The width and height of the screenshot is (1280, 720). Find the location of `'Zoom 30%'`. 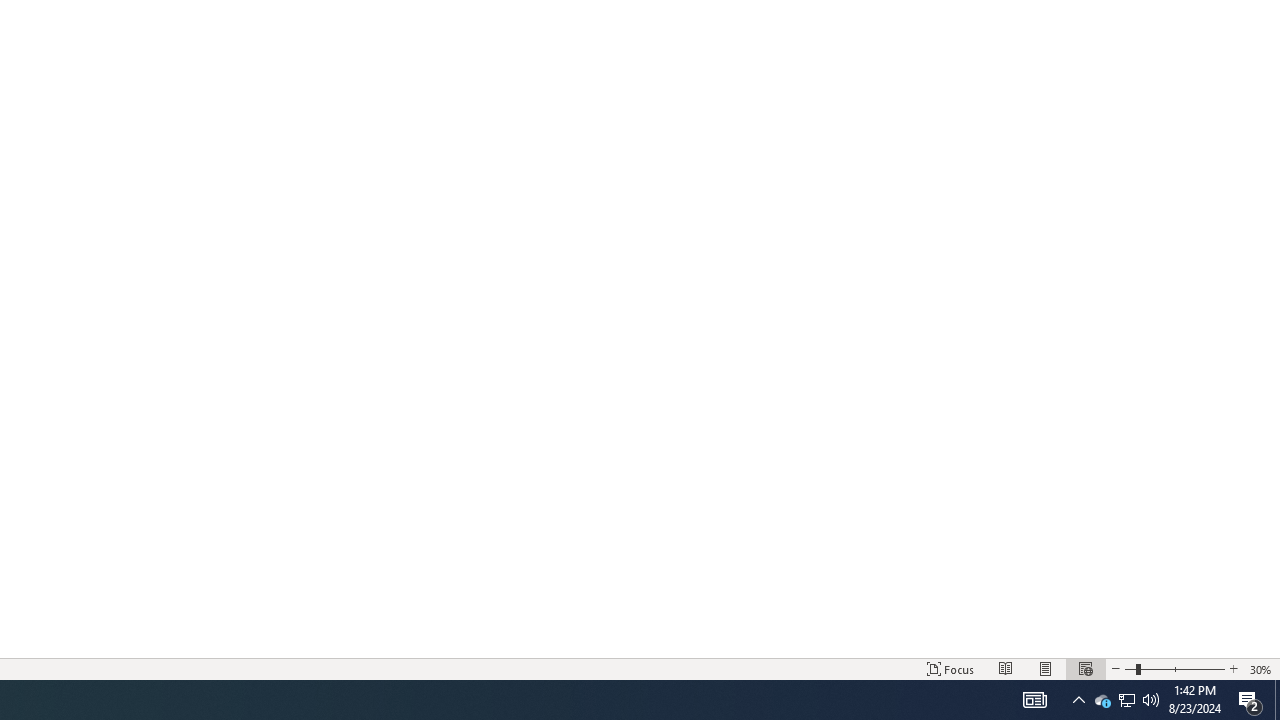

'Zoom 30%' is located at coordinates (1260, 669).